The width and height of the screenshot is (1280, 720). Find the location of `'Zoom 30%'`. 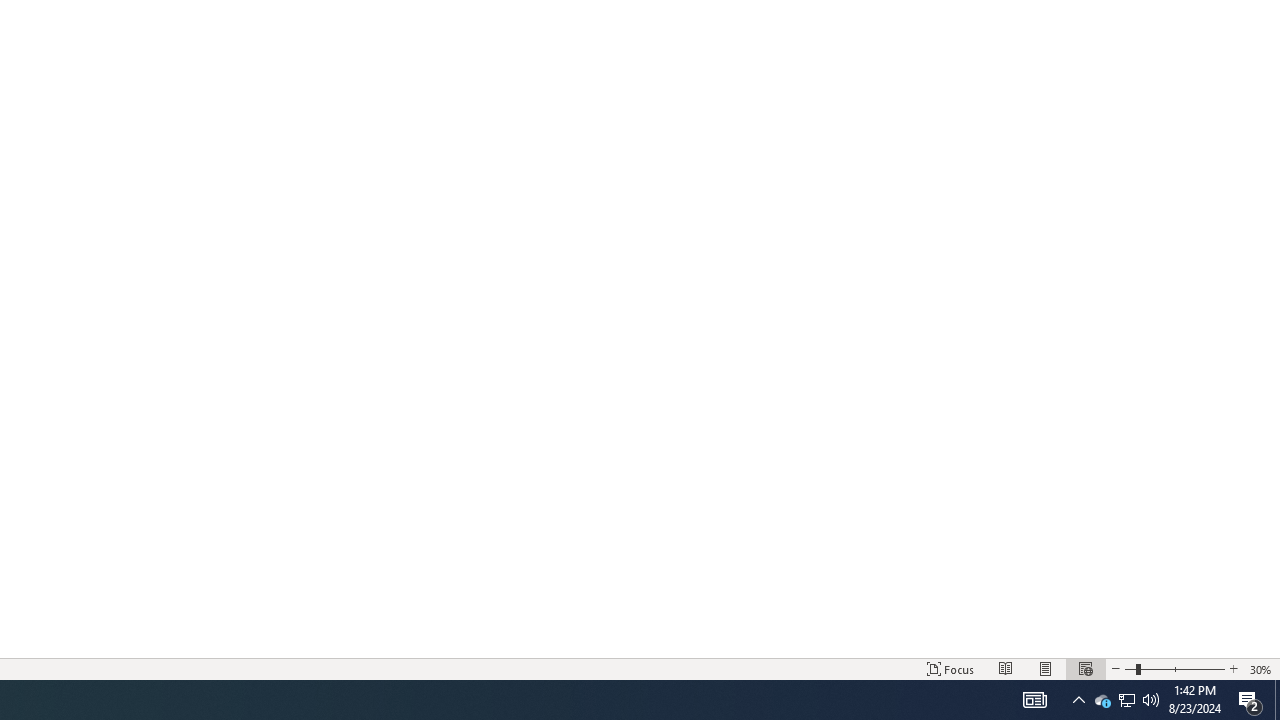

'Zoom 30%' is located at coordinates (1260, 669).